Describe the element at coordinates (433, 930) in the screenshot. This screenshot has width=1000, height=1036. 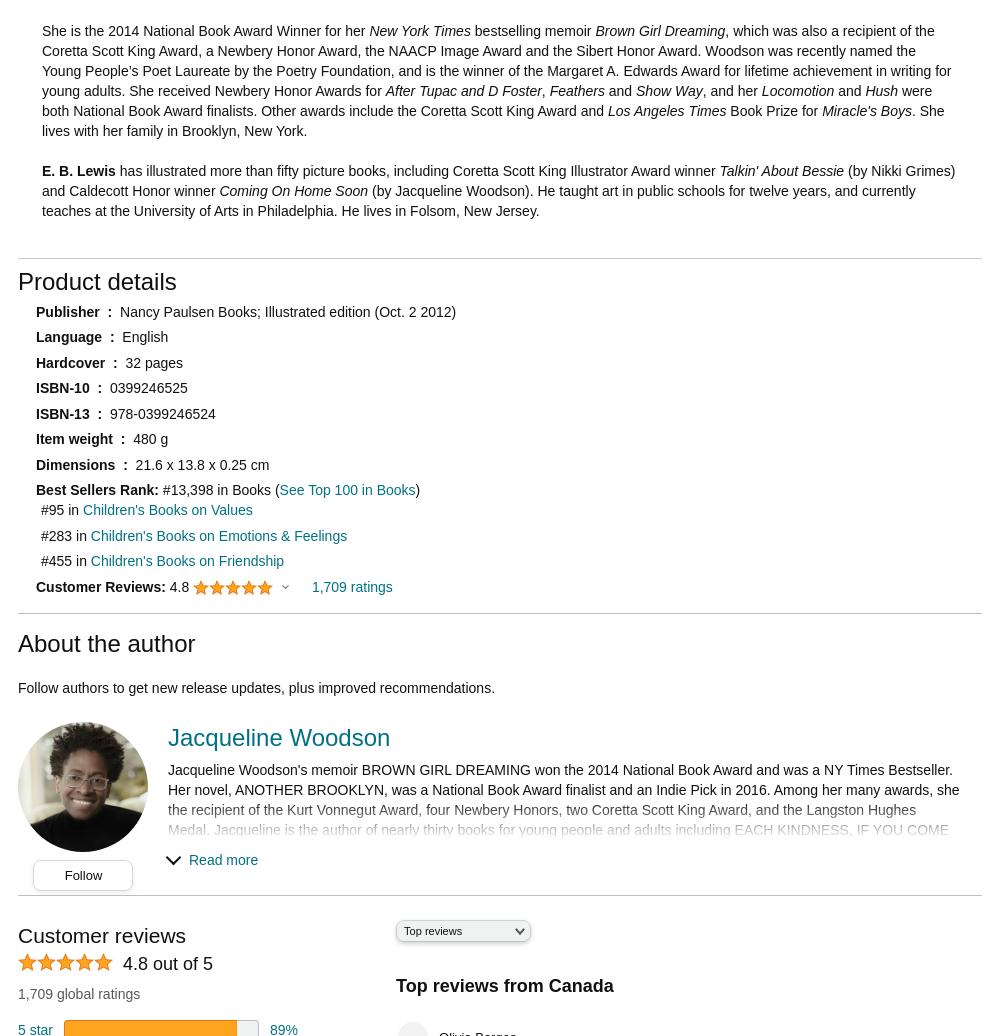
I see `'Top reviews'` at that location.